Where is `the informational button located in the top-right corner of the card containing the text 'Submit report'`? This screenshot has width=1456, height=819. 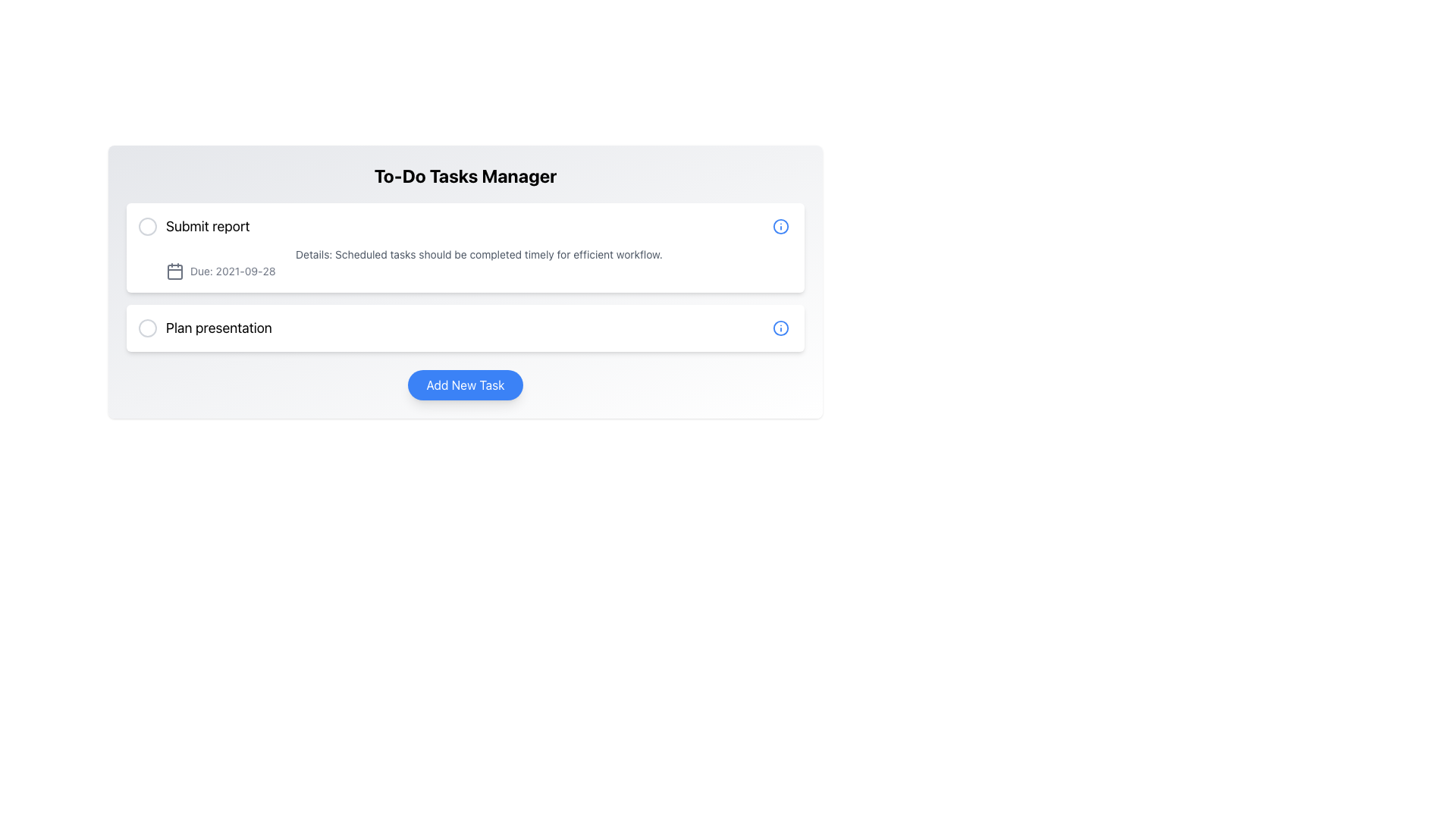
the informational button located in the top-right corner of the card containing the text 'Submit report' is located at coordinates (781, 227).